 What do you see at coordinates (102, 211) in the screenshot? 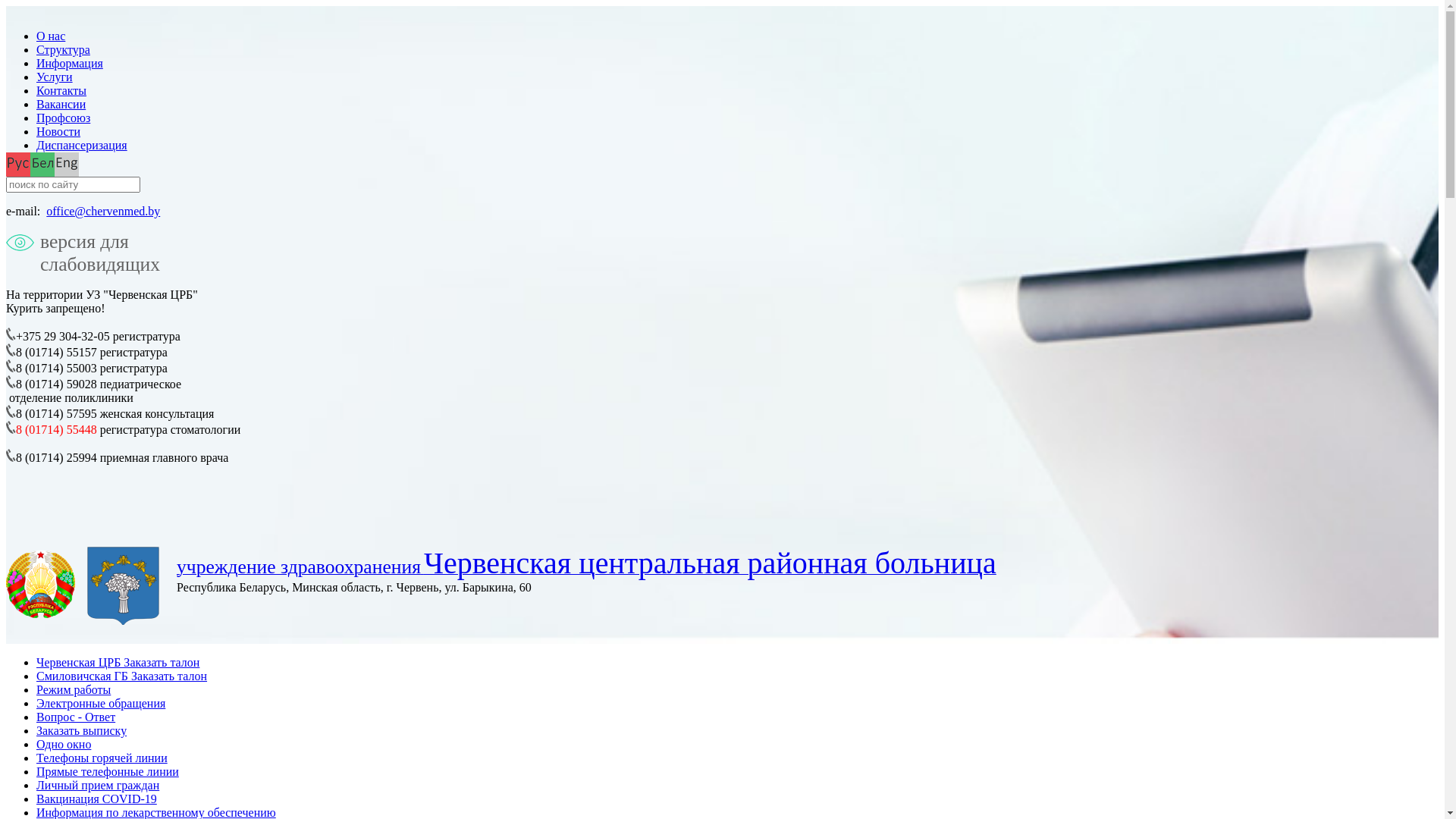
I see `'office@chervenmed.by'` at bounding box center [102, 211].